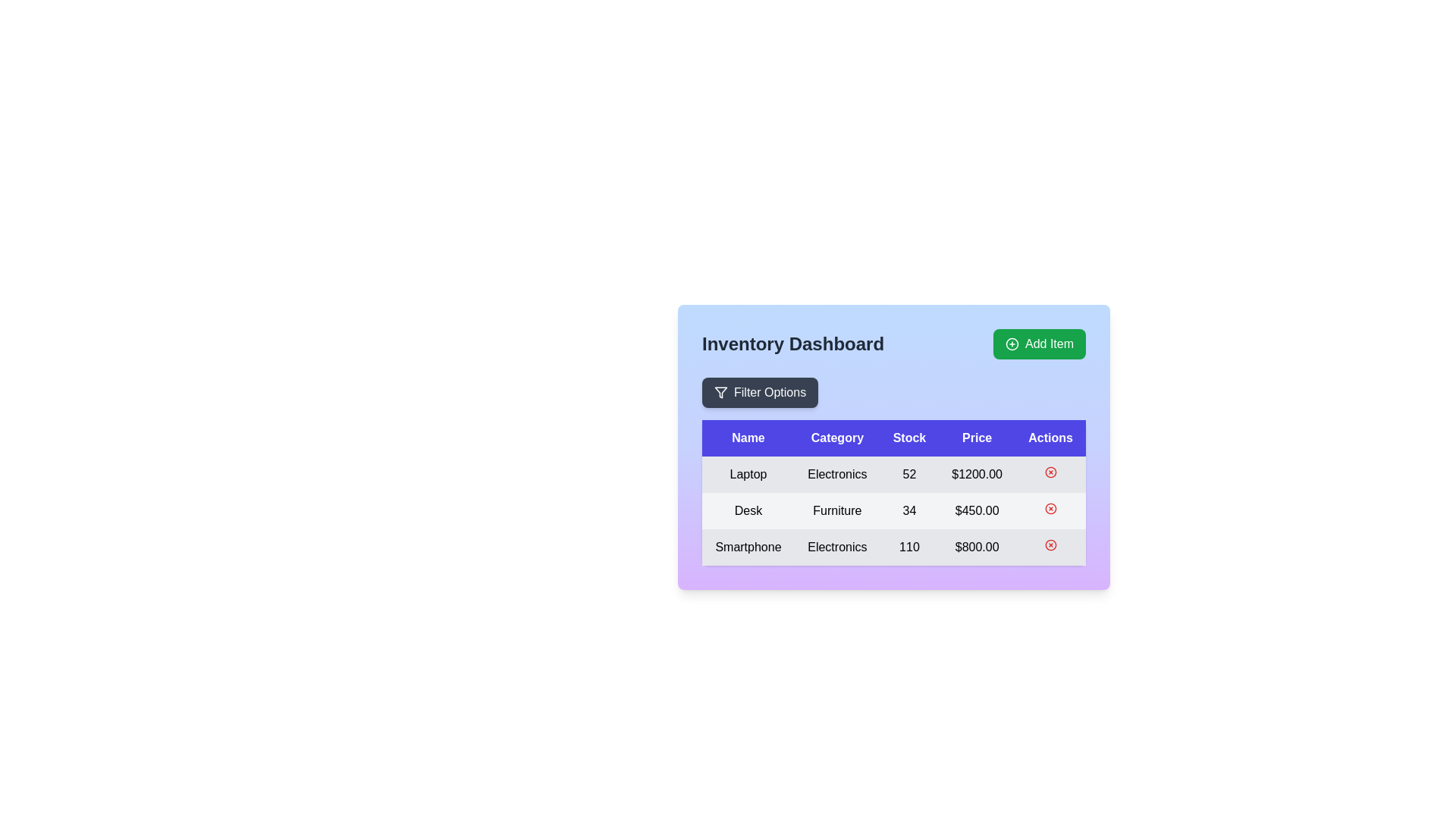 The image size is (1456, 819). What do you see at coordinates (836, 511) in the screenshot?
I see `text label that indicates the category of the product 'Desk', which is 'Furniture', located in the second column of the second row in a grid-like table` at bounding box center [836, 511].